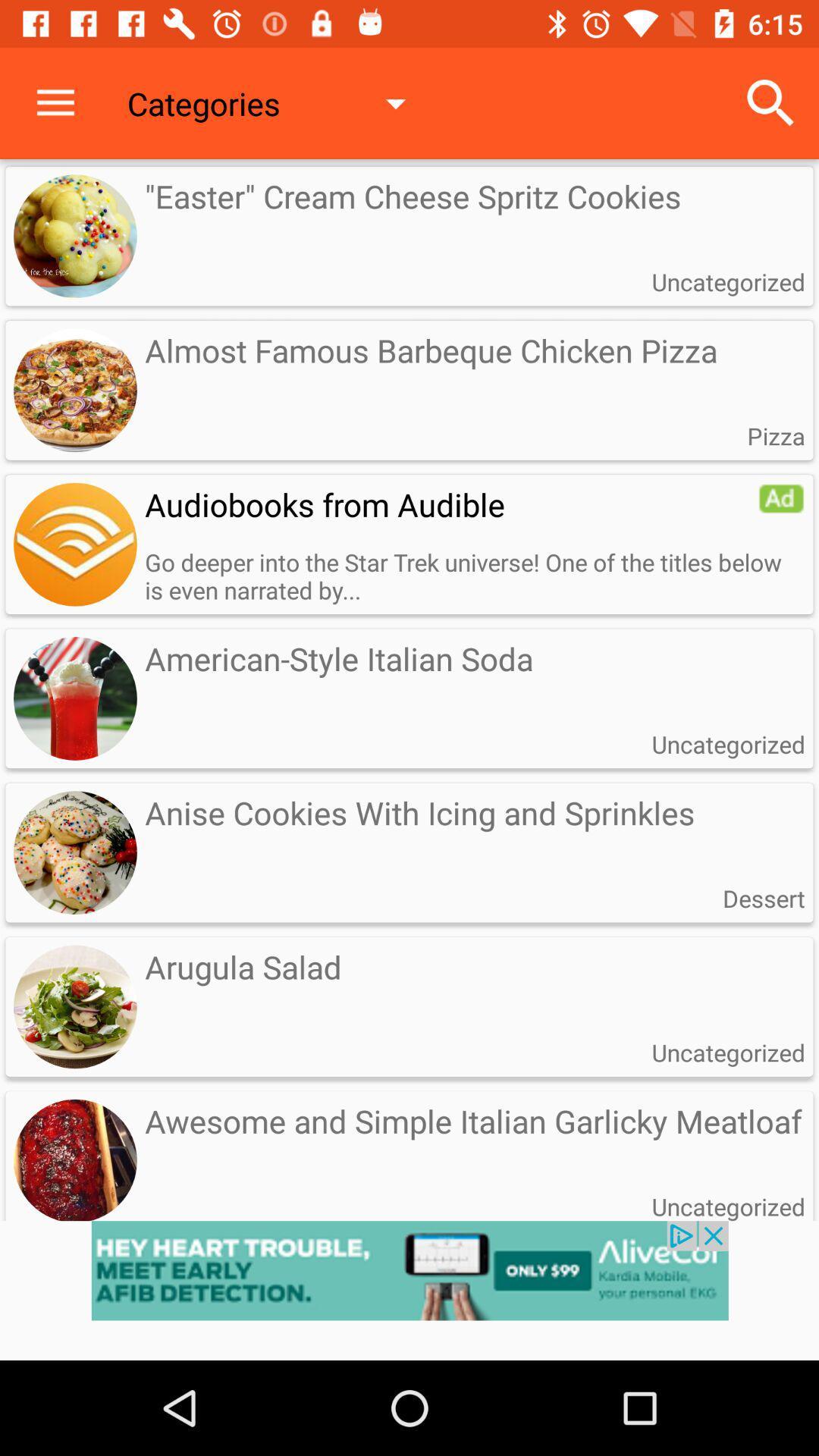 The image size is (819, 1456). I want to click on picture display, so click(75, 544).